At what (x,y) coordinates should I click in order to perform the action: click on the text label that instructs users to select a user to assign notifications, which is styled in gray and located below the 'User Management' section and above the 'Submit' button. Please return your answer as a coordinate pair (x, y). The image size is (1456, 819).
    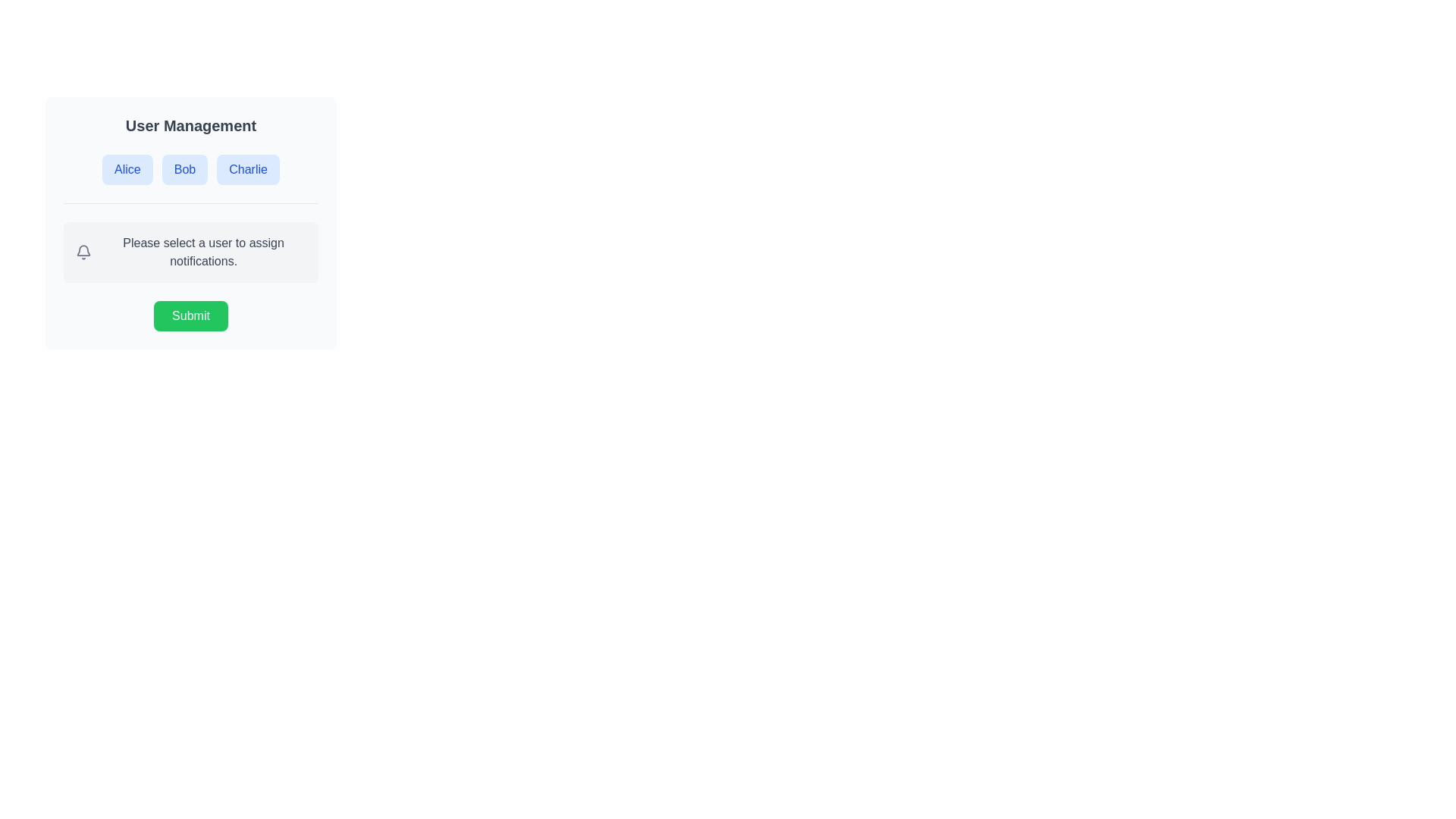
    Looking at the image, I should click on (202, 251).